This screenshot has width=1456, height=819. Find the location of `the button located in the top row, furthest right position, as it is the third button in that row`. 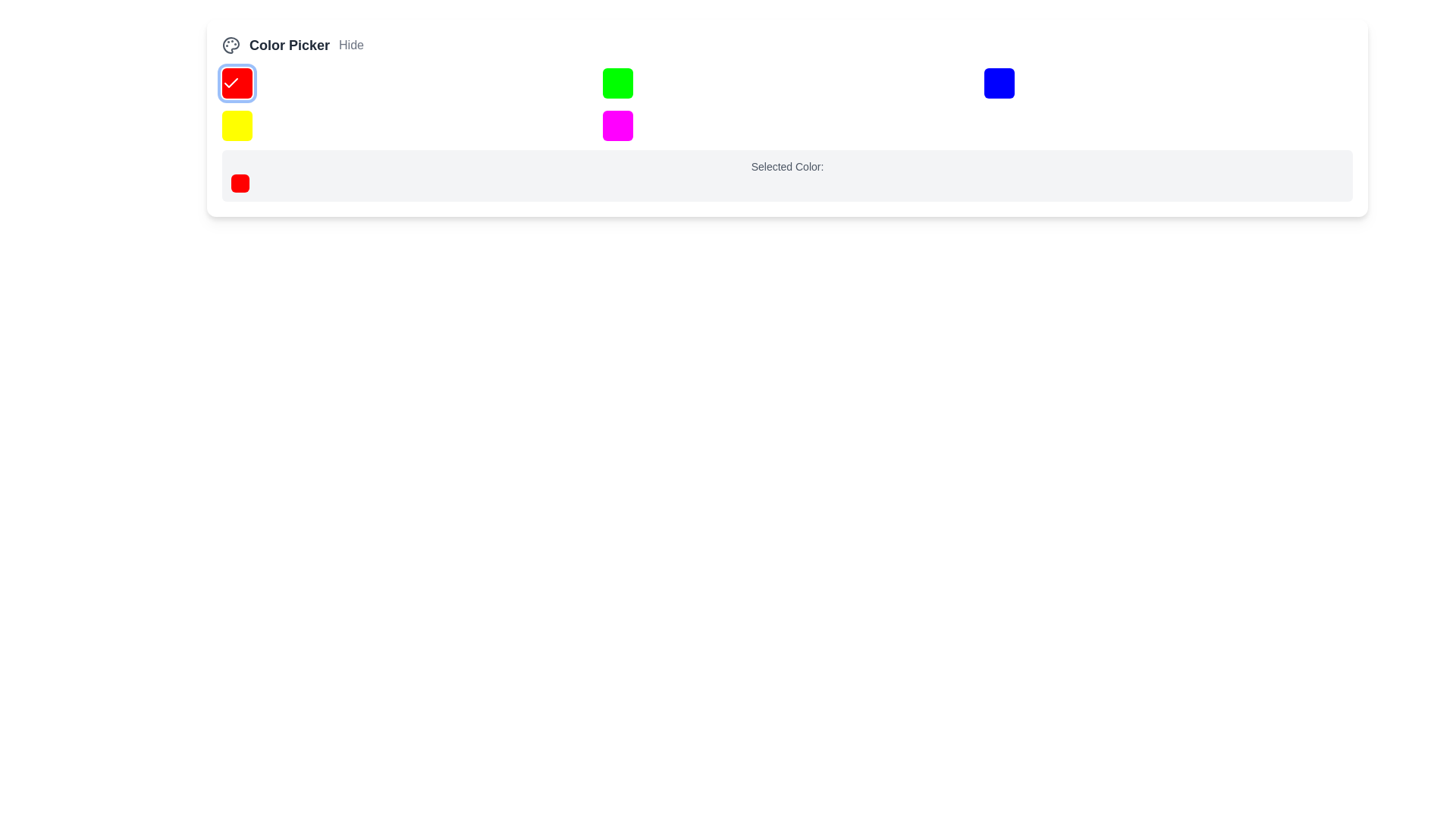

the button located in the top row, furthest right position, as it is the third button in that row is located at coordinates (999, 83).